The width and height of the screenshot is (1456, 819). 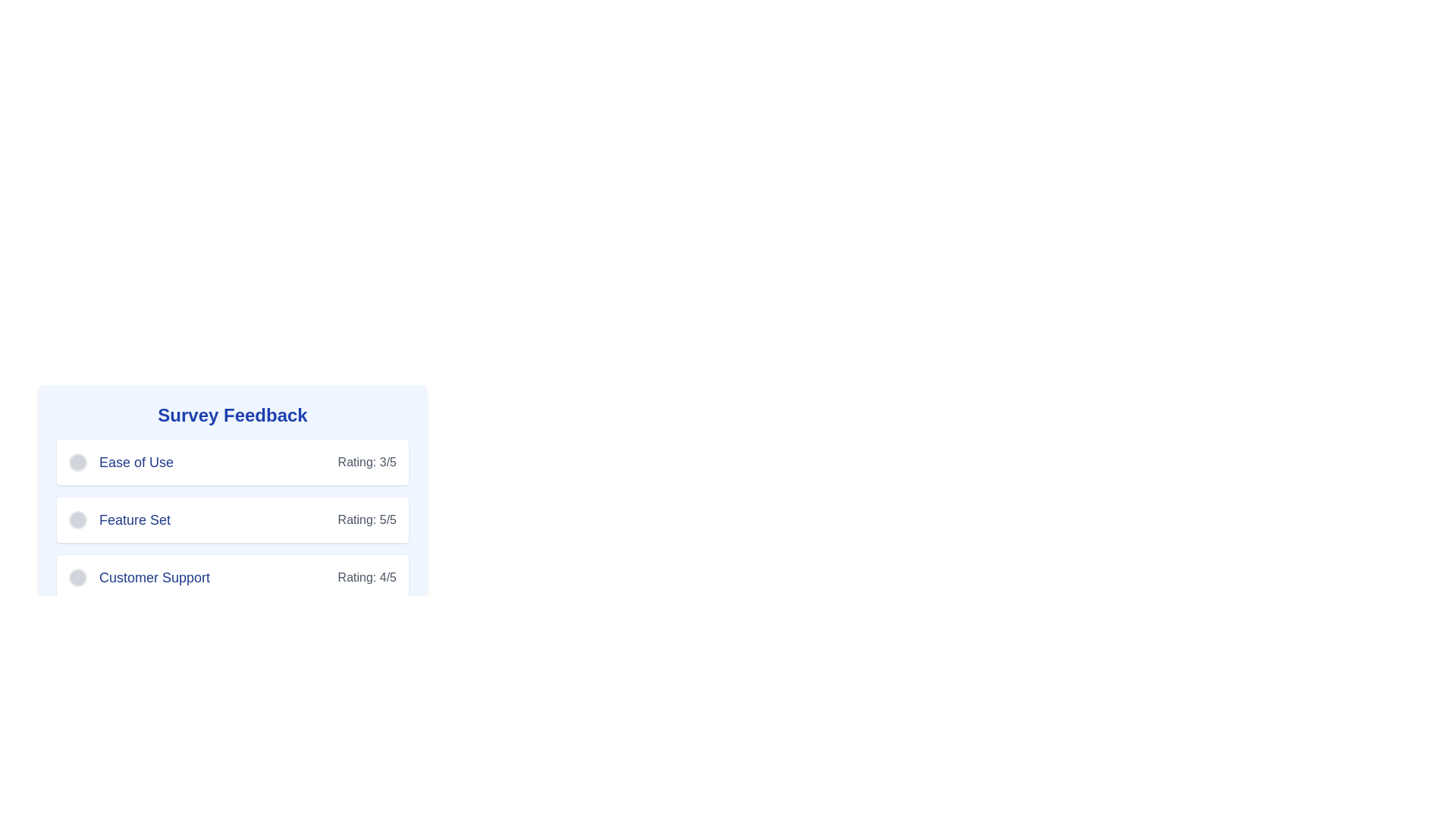 What do you see at coordinates (77, 578) in the screenshot?
I see `the circular radio button for 'Customer Support' located in the 'Survey Feedback' section` at bounding box center [77, 578].